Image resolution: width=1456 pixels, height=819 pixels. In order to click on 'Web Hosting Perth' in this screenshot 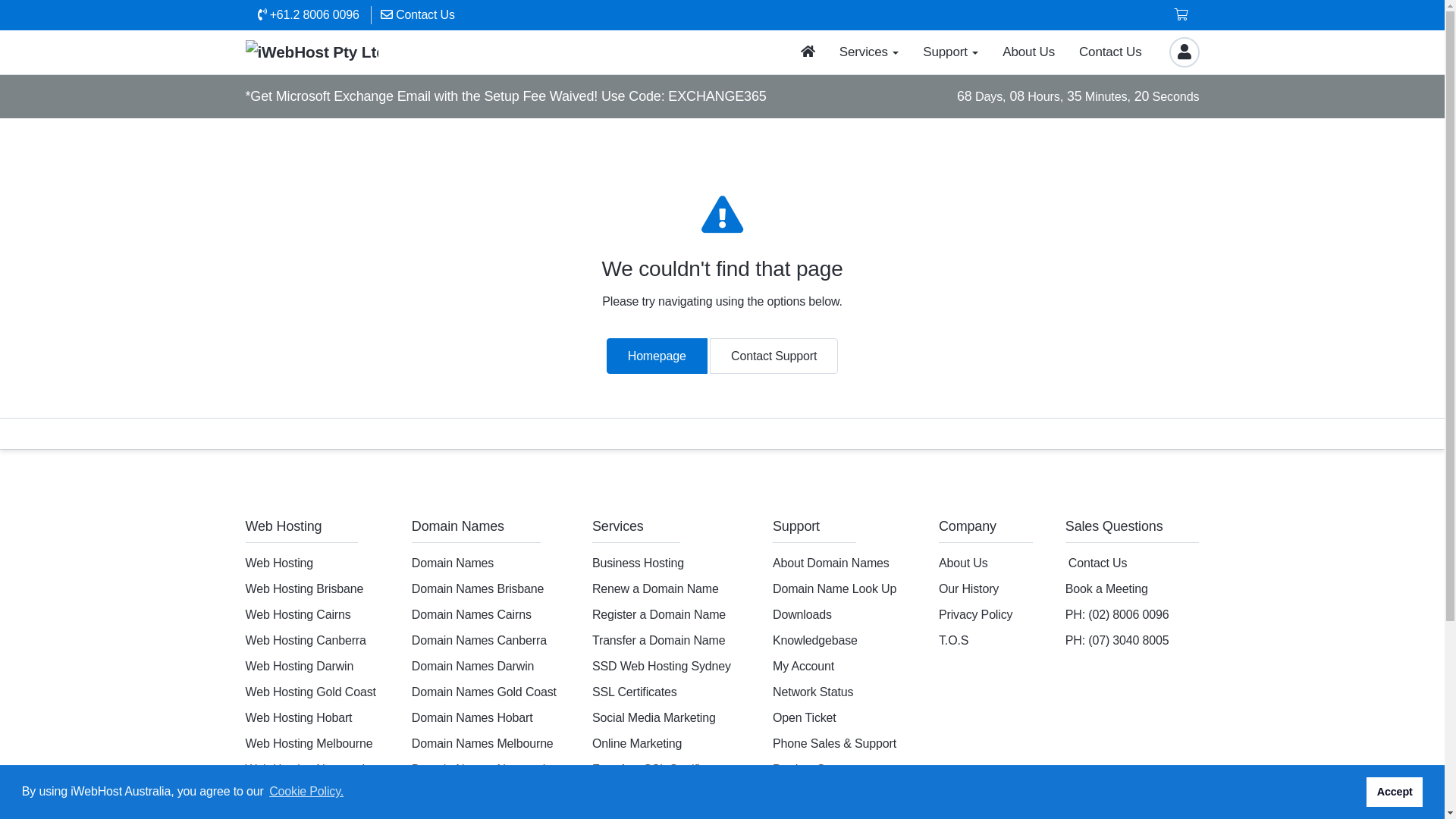, I will do `click(295, 794)`.